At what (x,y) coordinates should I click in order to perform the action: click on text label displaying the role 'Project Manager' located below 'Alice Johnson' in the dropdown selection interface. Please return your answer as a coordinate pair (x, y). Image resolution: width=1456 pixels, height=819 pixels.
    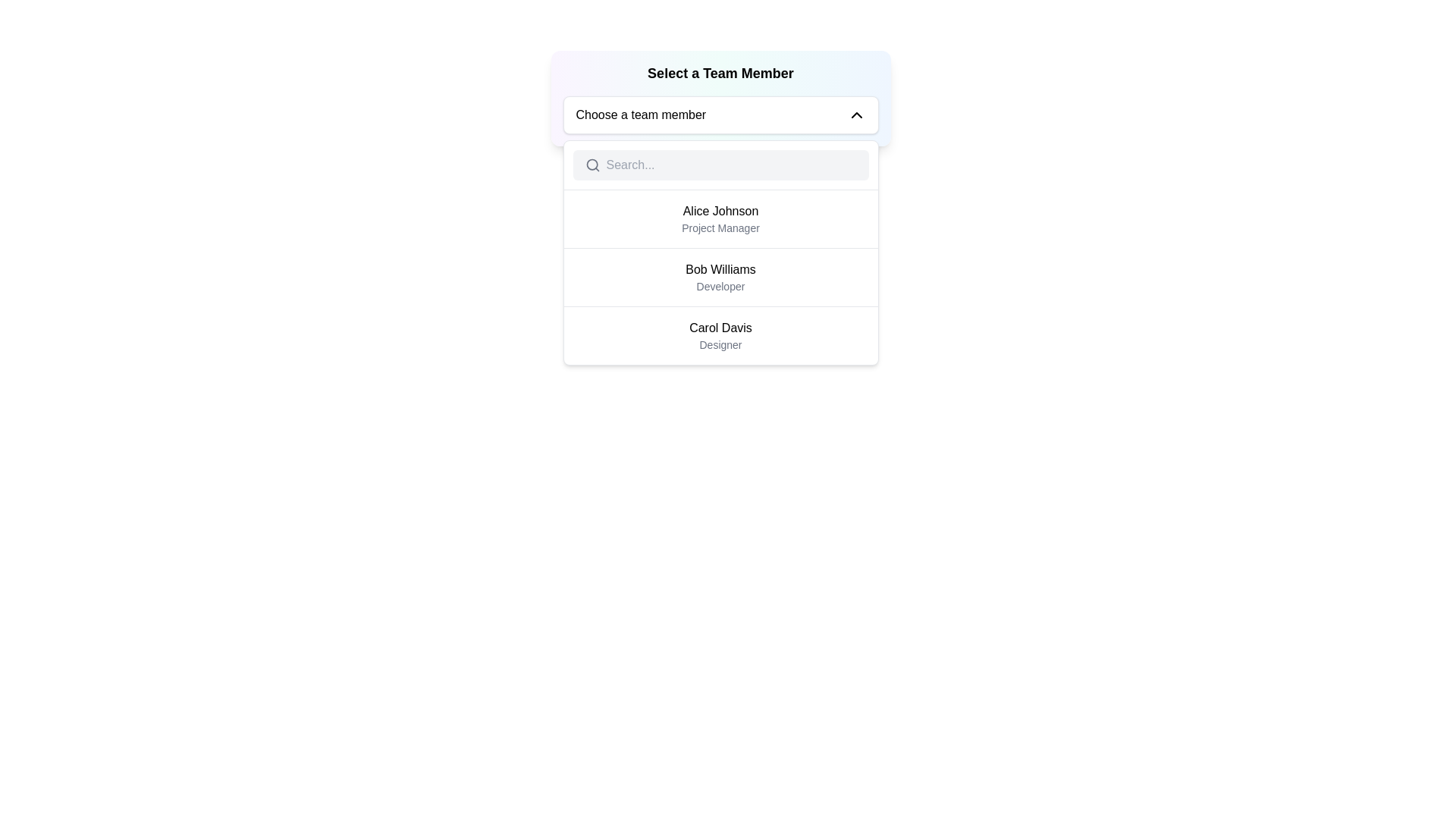
    Looking at the image, I should click on (720, 227).